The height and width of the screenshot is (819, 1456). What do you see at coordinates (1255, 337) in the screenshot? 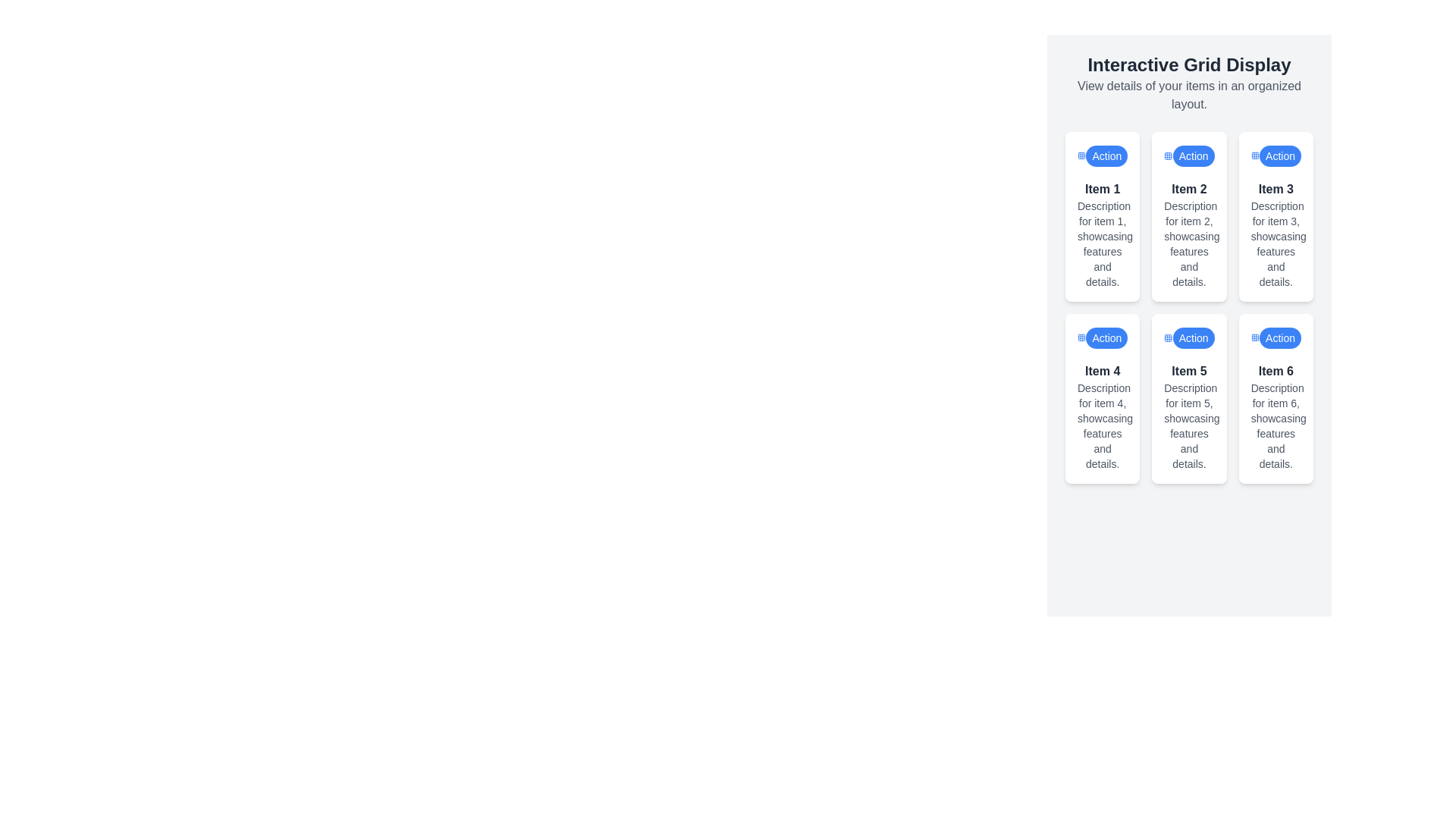
I see `the icon located in the rightmost card of the bottom row of the grid layout, adjacent to the 'Action' button, for potential interaction` at bounding box center [1255, 337].